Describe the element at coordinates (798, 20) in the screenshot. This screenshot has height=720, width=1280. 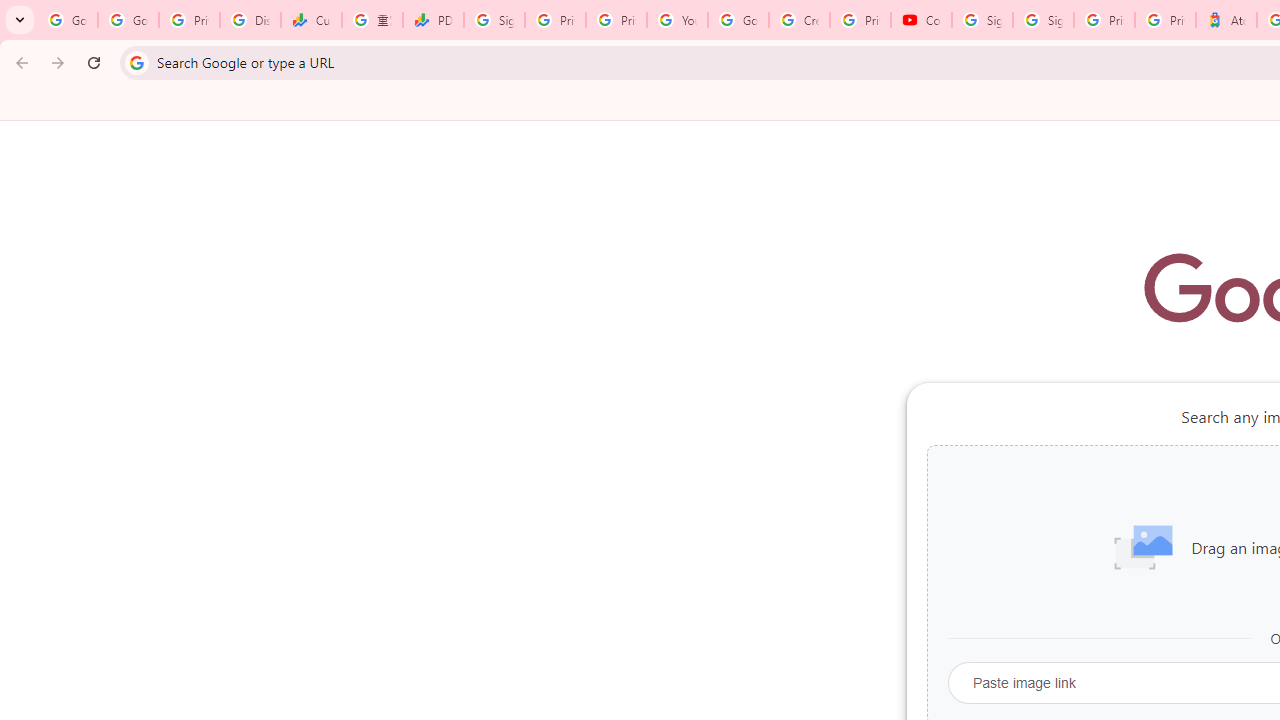
I see `'Create your Google Account'` at that location.